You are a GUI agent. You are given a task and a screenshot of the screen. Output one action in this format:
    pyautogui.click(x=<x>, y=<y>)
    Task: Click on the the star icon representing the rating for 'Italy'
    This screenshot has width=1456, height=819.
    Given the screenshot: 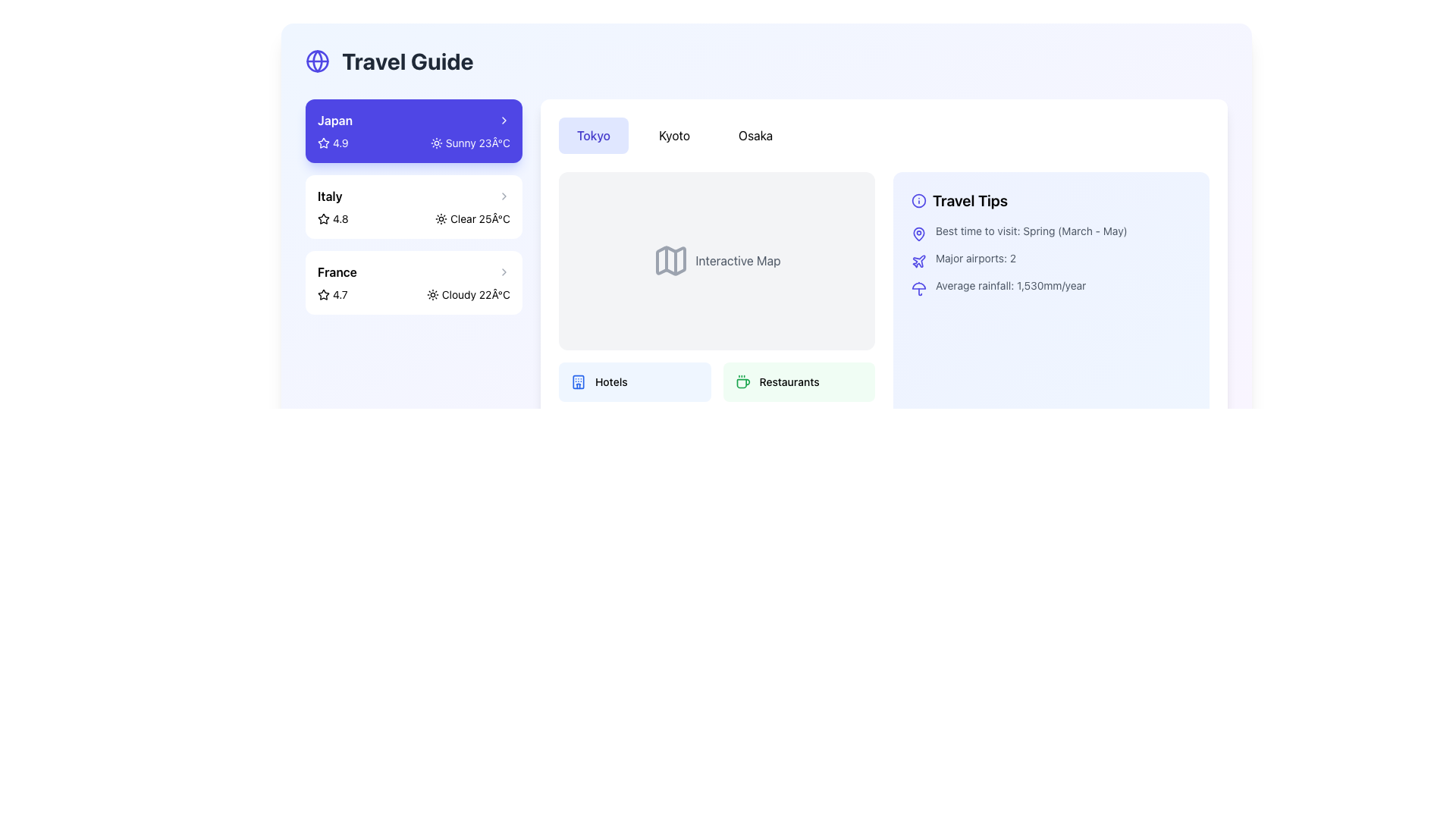 What is the action you would take?
    pyautogui.click(x=323, y=219)
    